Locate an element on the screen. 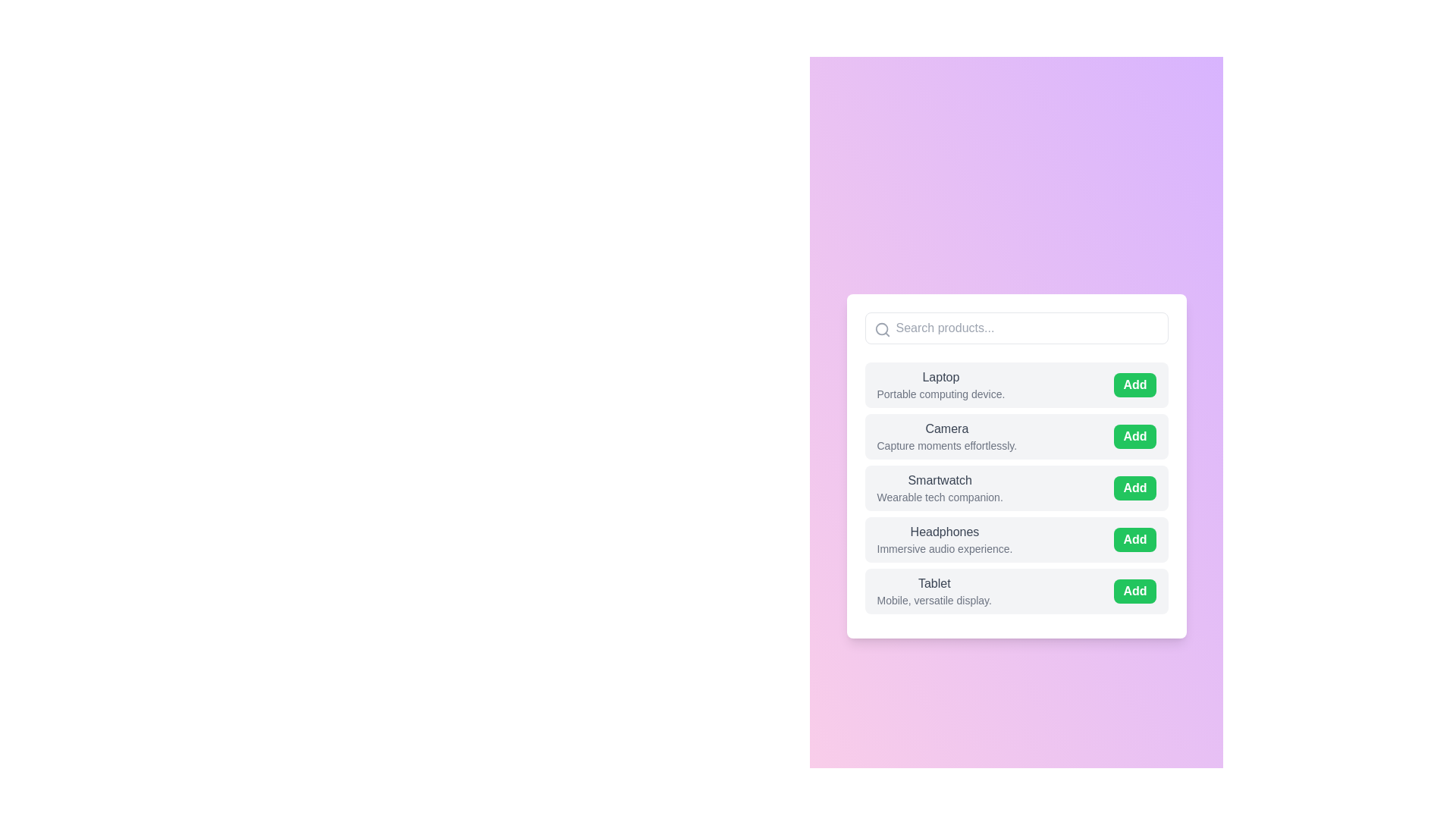  the product title text label, which is the fourth item in the list is located at coordinates (944, 532).